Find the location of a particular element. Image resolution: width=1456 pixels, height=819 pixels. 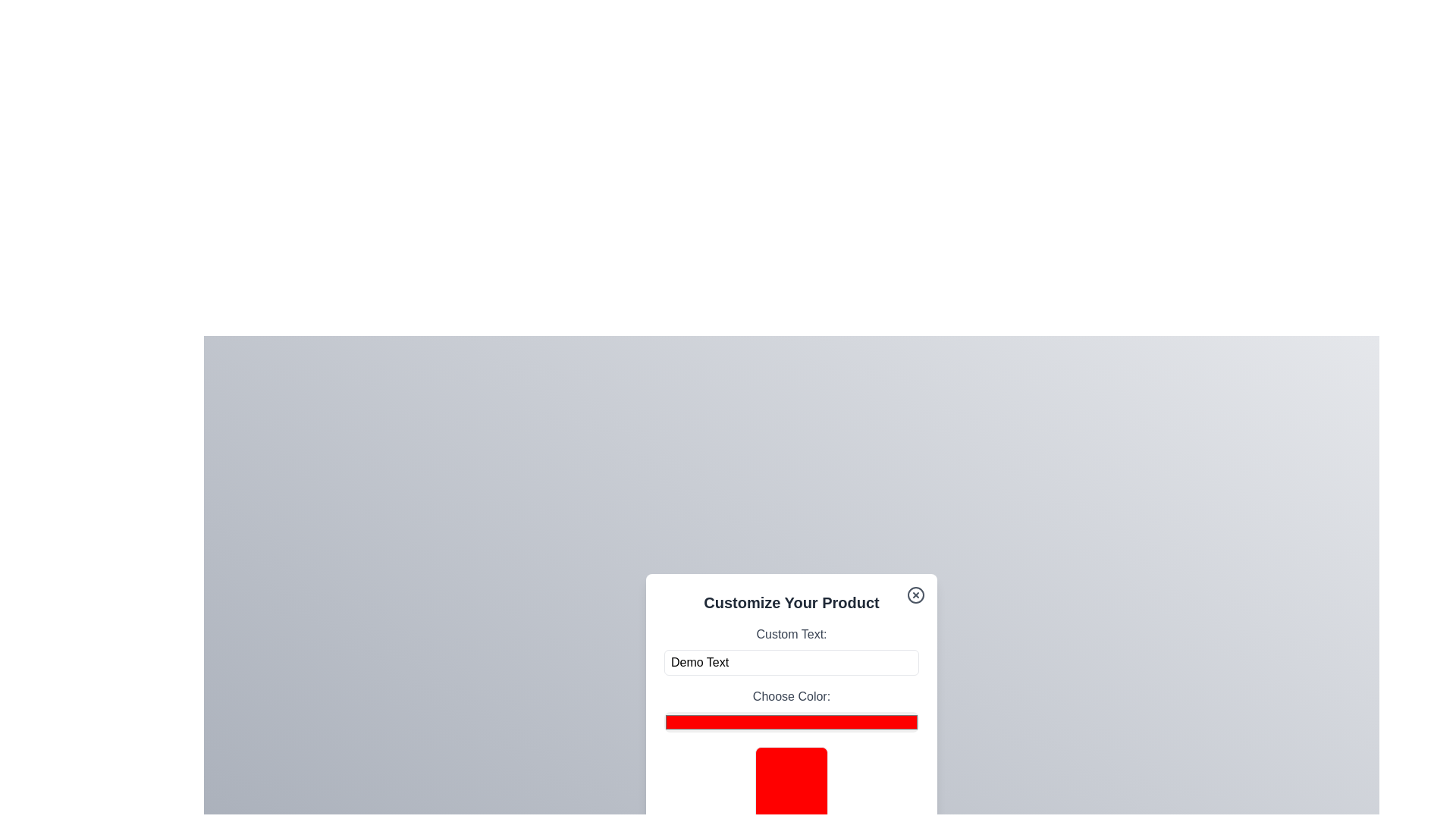

the color picker to a specific color value 12176881 is located at coordinates (790, 721).